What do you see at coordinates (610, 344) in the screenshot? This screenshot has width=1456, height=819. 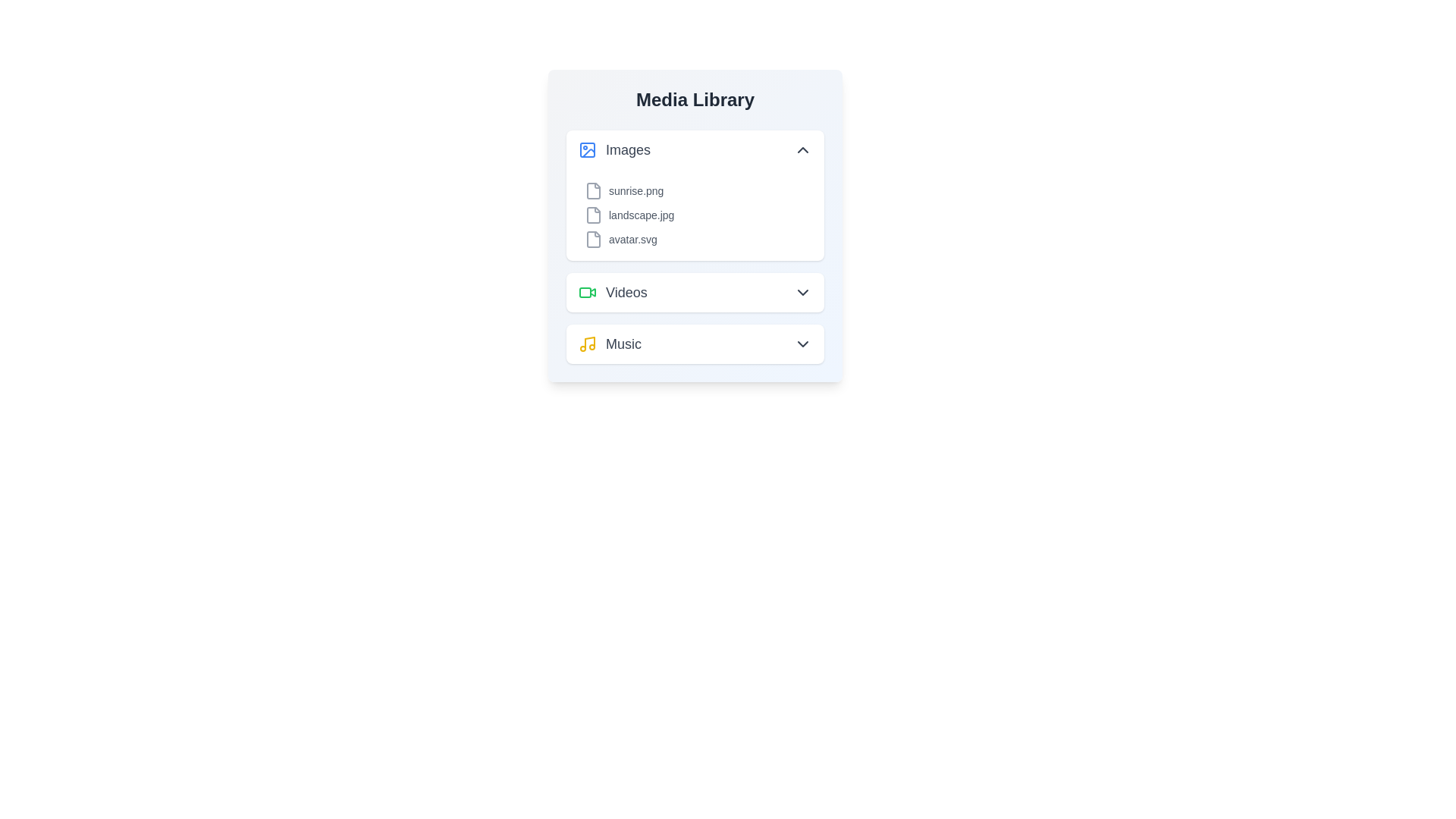 I see `the 'Music' label with the adjacent yellow musical note icon` at bounding box center [610, 344].